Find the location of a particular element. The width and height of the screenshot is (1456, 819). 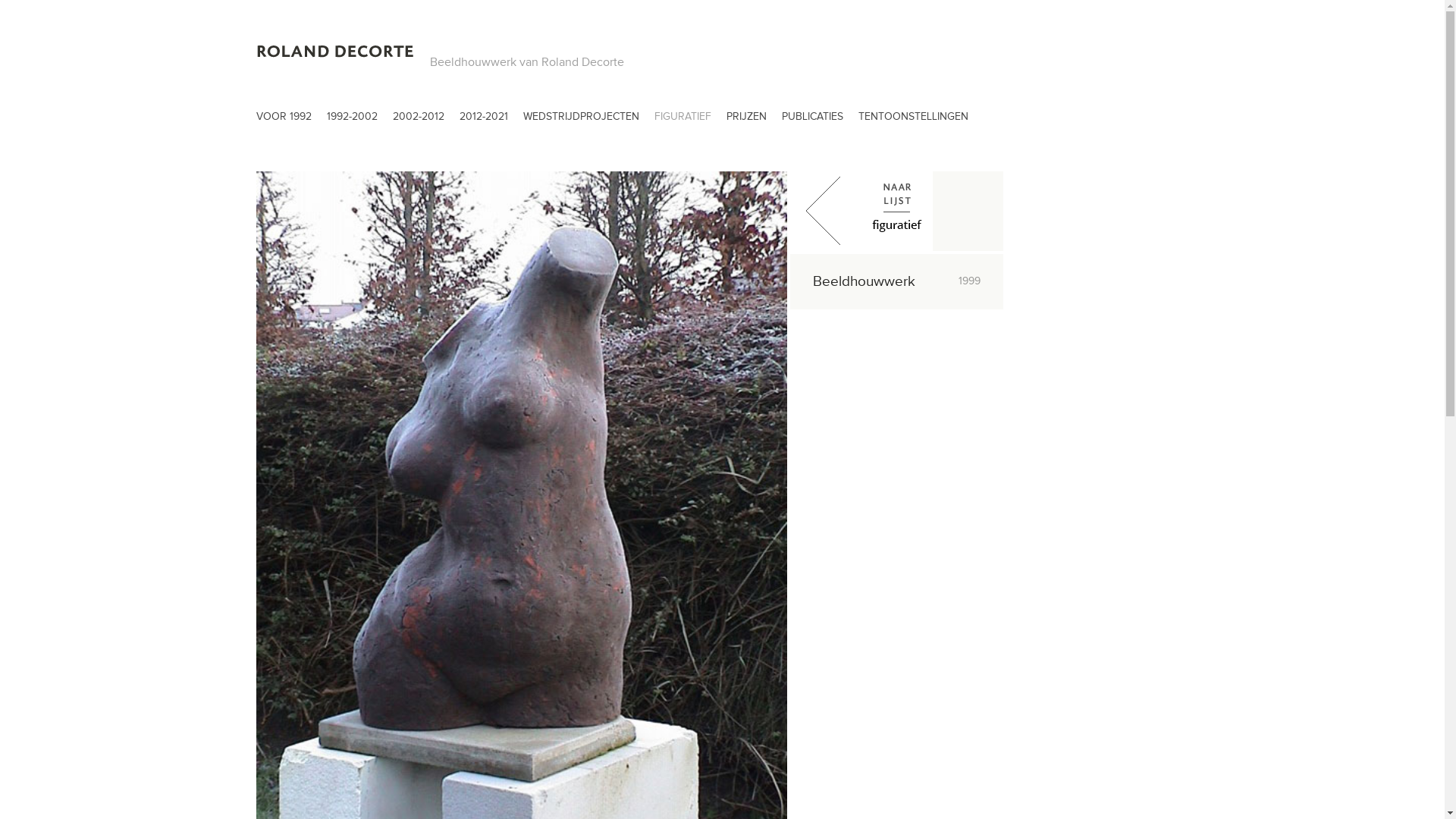

'2002-2012' is located at coordinates (419, 119).